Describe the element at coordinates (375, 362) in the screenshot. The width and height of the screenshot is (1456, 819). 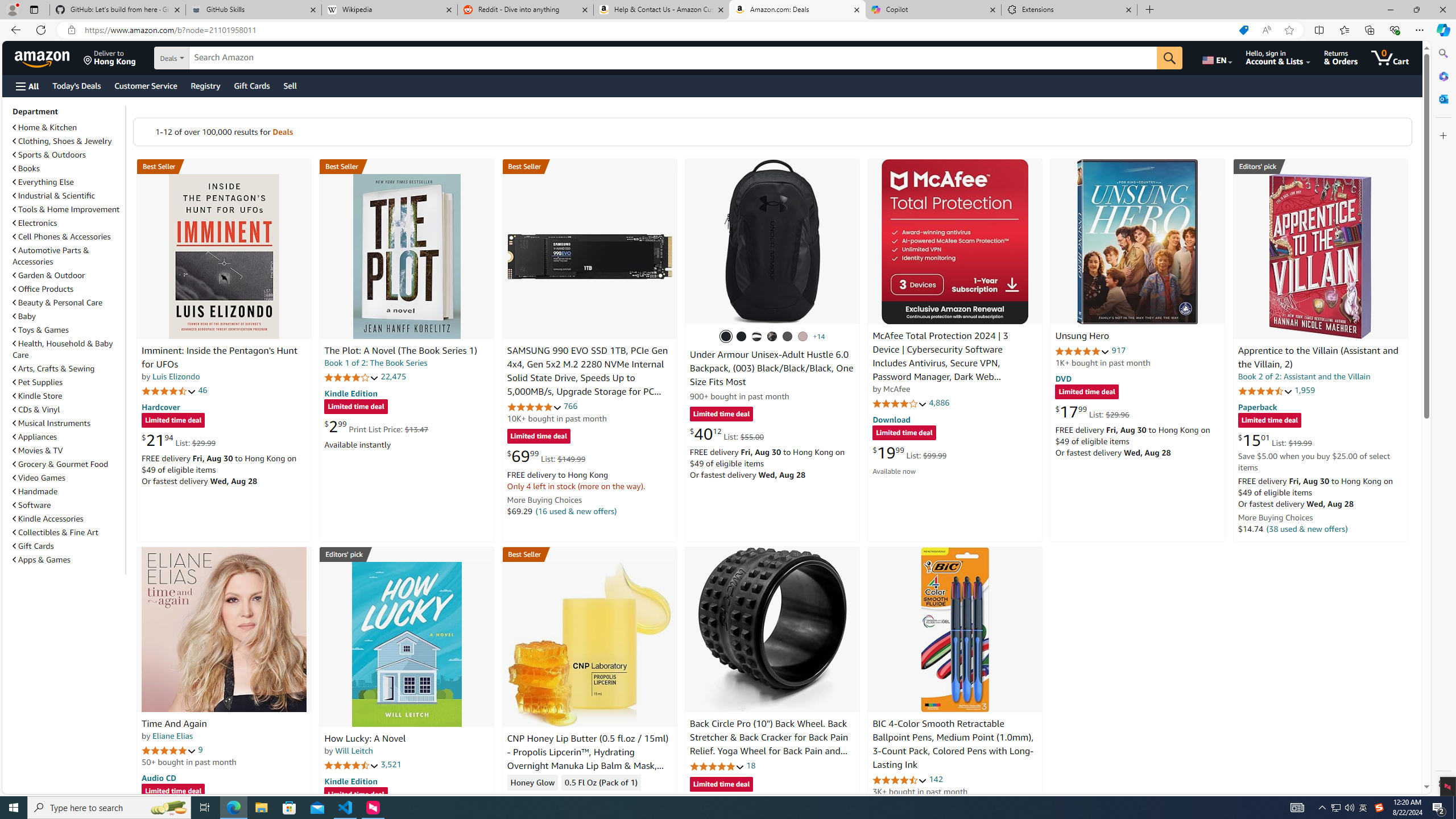
I see `'Book 1 of 2: The Book Series'` at that location.